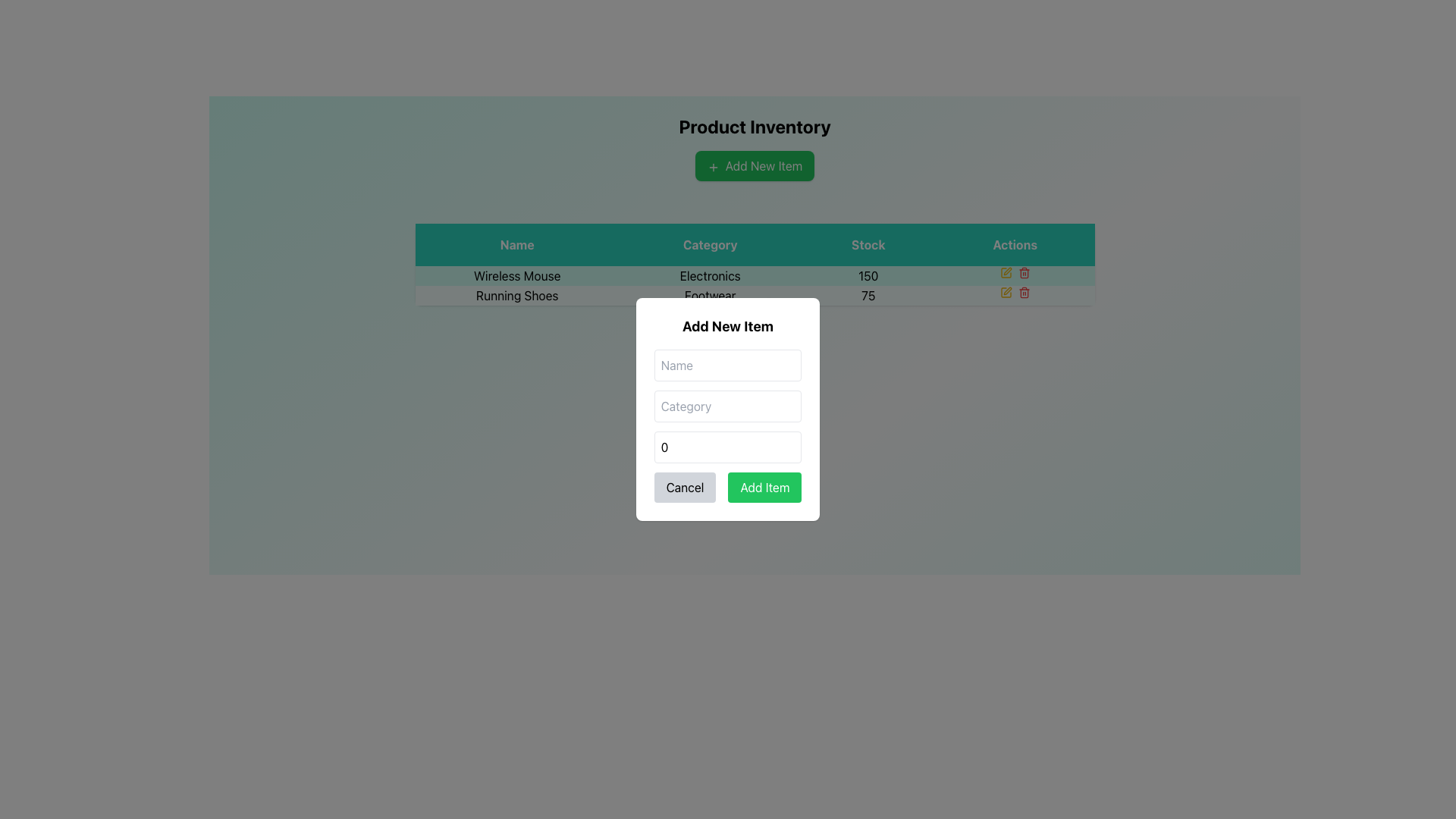 The width and height of the screenshot is (1456, 819). What do you see at coordinates (755, 166) in the screenshot?
I see `the 'Add Item' button located below the 'Product Inventory' title` at bounding box center [755, 166].